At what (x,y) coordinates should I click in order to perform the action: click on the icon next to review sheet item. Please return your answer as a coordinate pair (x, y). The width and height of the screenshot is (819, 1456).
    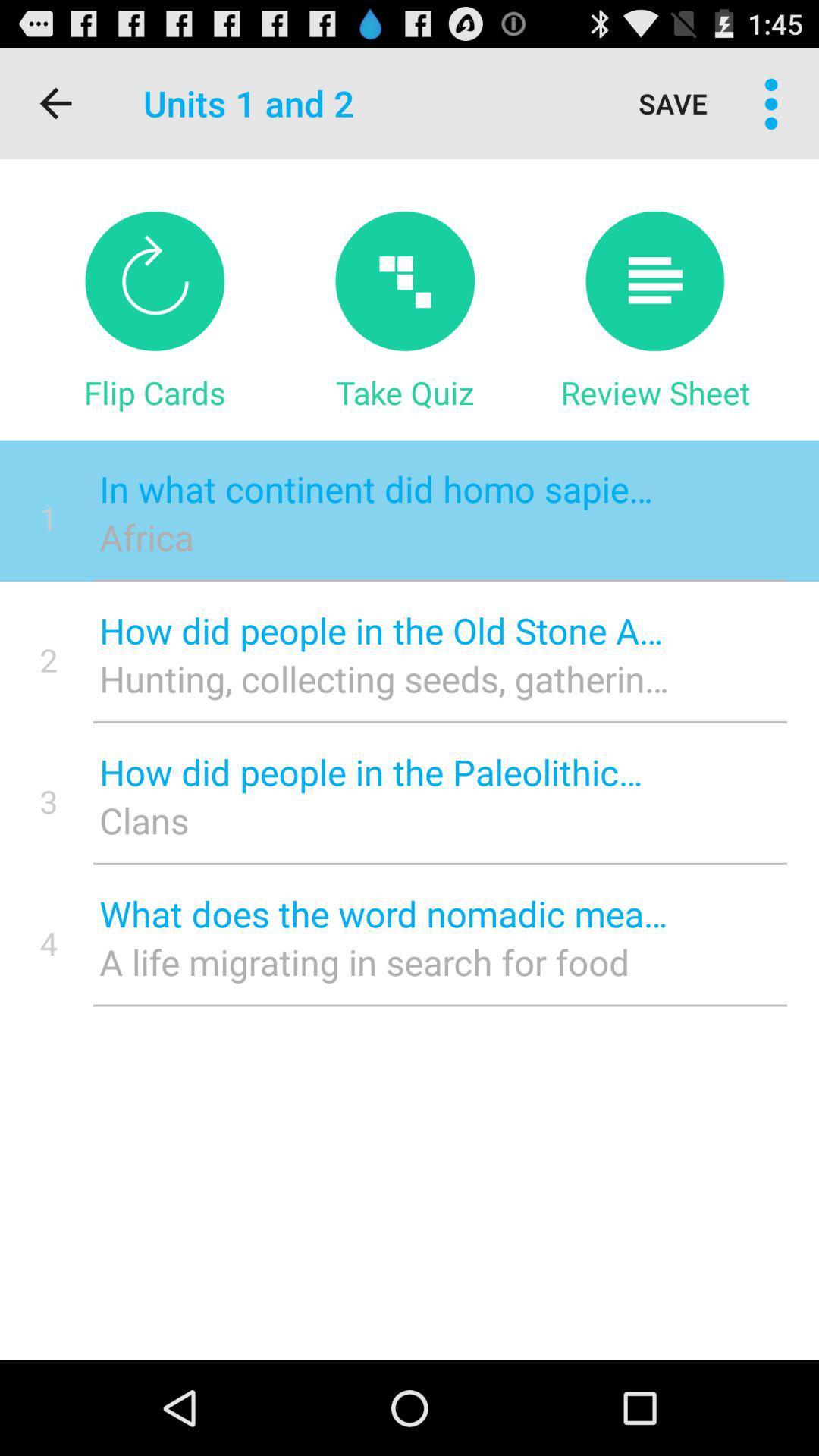
    Looking at the image, I should click on (404, 392).